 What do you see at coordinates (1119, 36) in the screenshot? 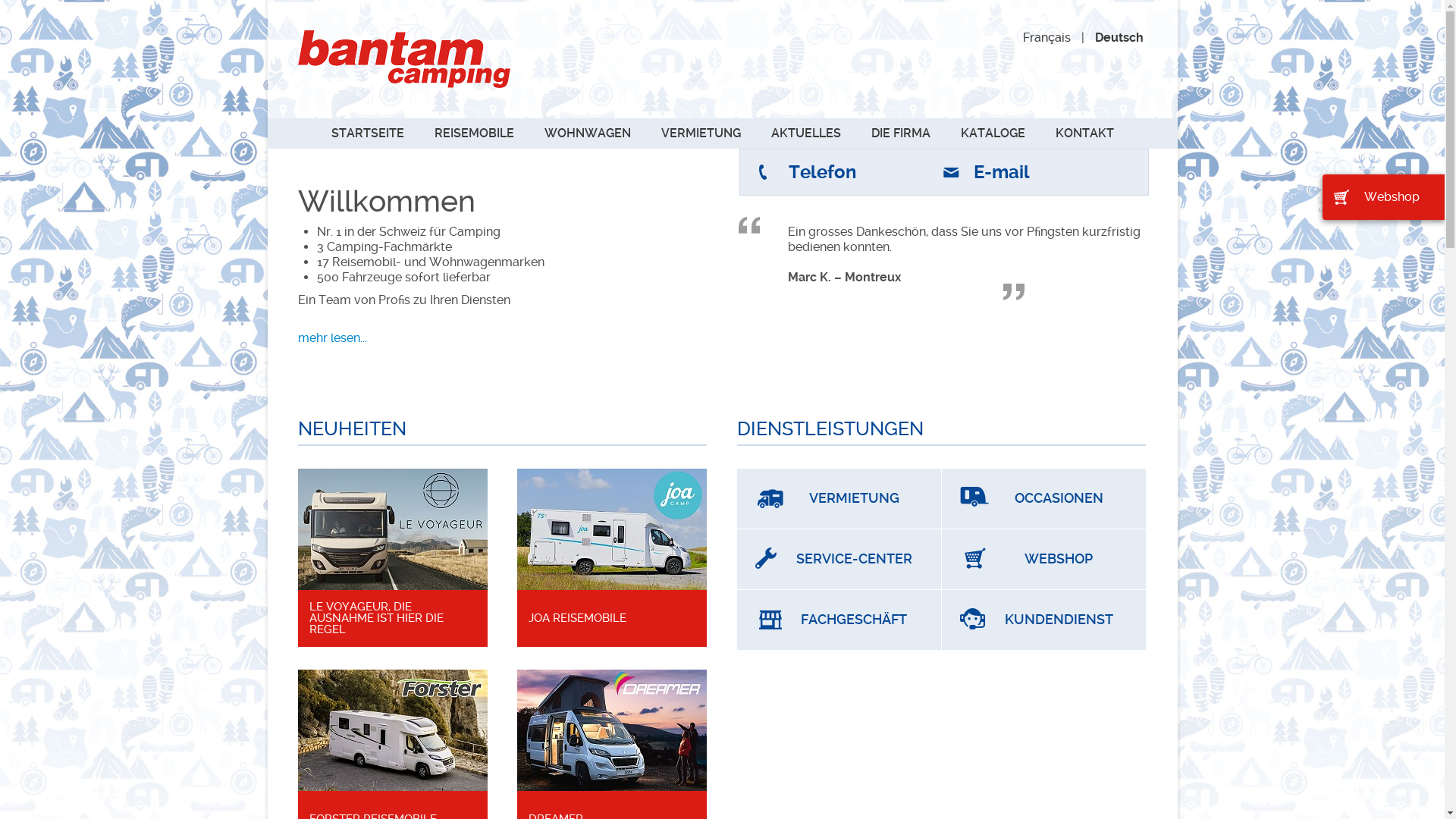
I see `'Deutsch'` at bounding box center [1119, 36].